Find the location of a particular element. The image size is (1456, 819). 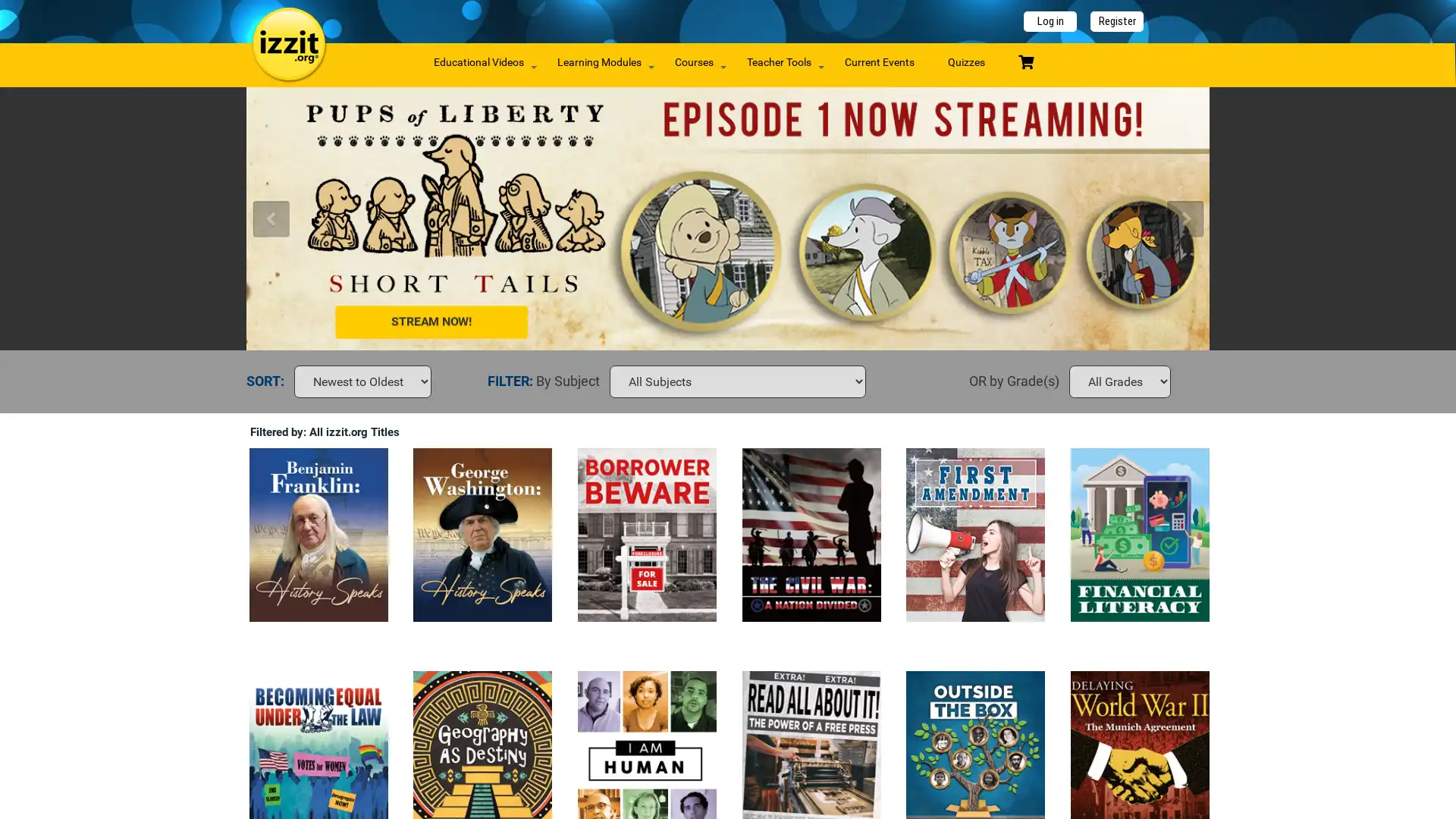

Register is located at coordinates (1117, 21).